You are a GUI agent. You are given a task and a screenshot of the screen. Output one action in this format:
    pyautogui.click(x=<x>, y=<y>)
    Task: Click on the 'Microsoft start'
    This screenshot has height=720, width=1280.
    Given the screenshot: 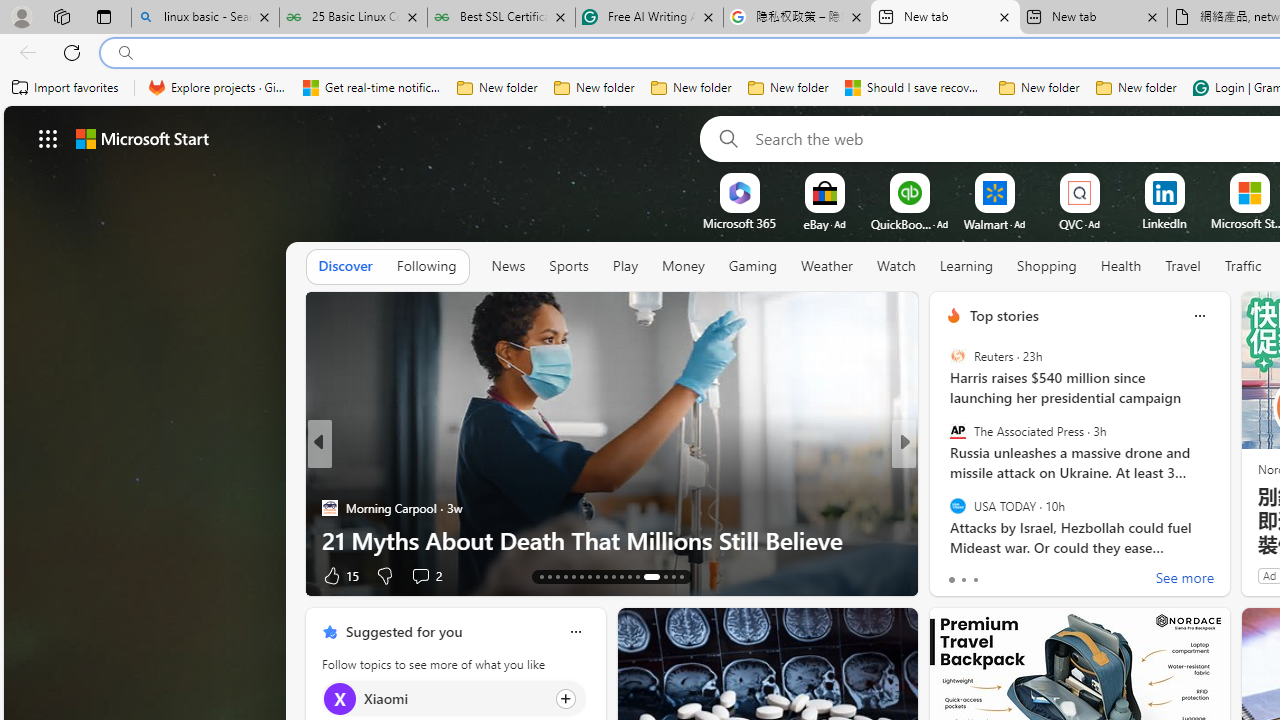 What is the action you would take?
    pyautogui.click(x=141, y=137)
    